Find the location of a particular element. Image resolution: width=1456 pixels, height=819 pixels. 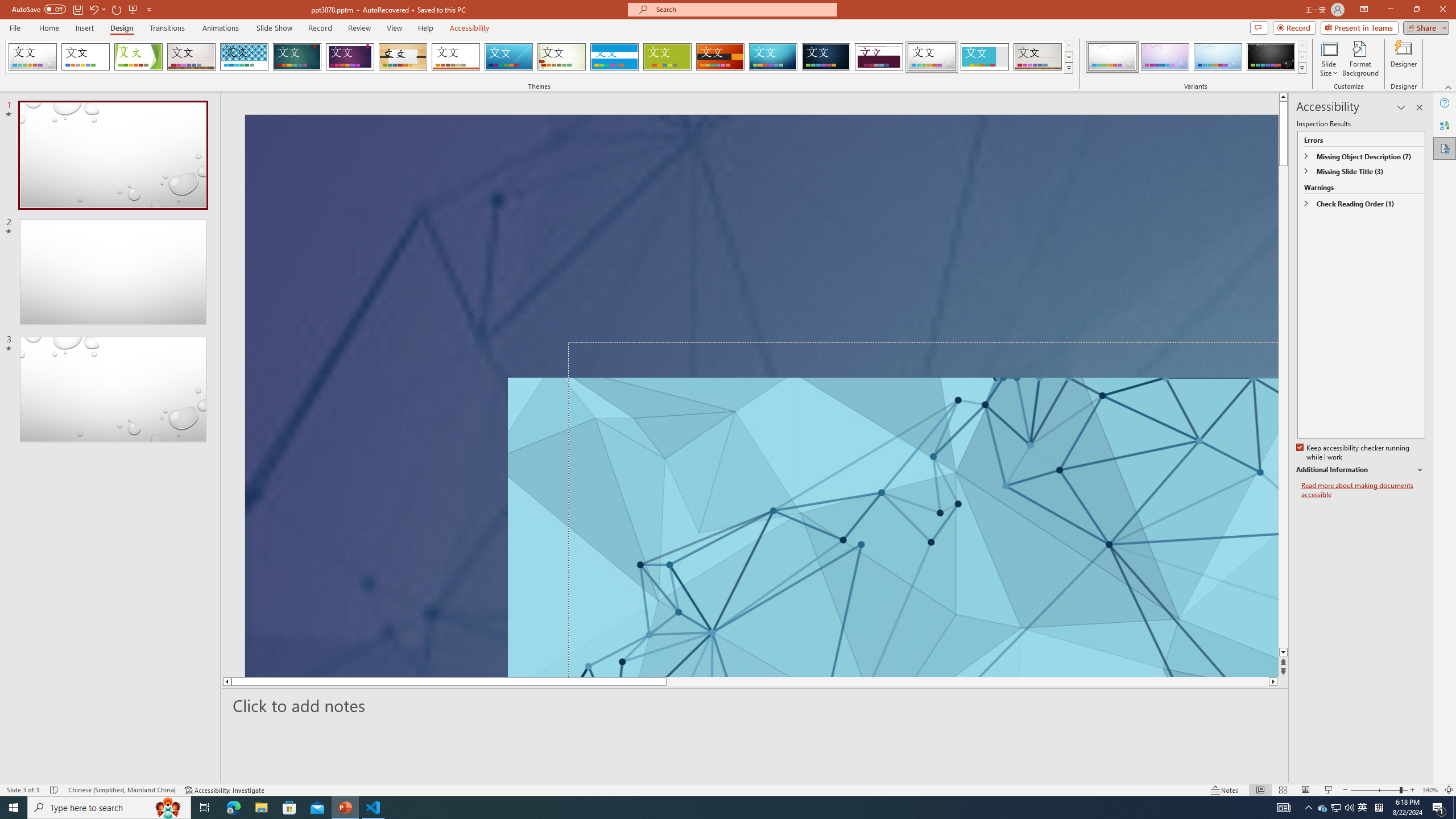

'Berlin' is located at coordinates (721, 56).